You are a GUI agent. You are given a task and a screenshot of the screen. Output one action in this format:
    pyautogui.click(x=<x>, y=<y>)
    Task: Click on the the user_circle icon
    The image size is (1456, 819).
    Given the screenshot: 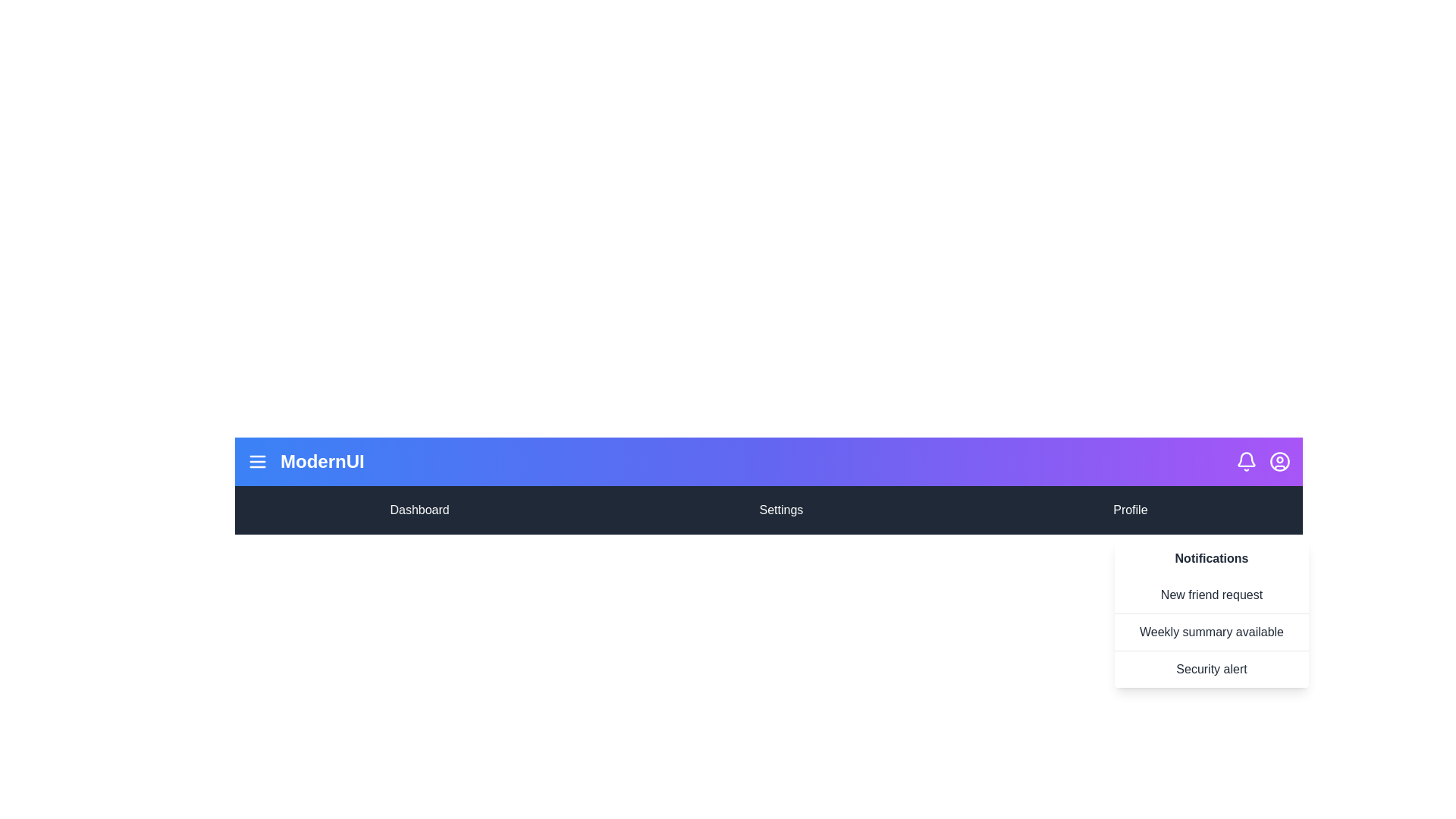 What is the action you would take?
    pyautogui.click(x=1279, y=461)
    